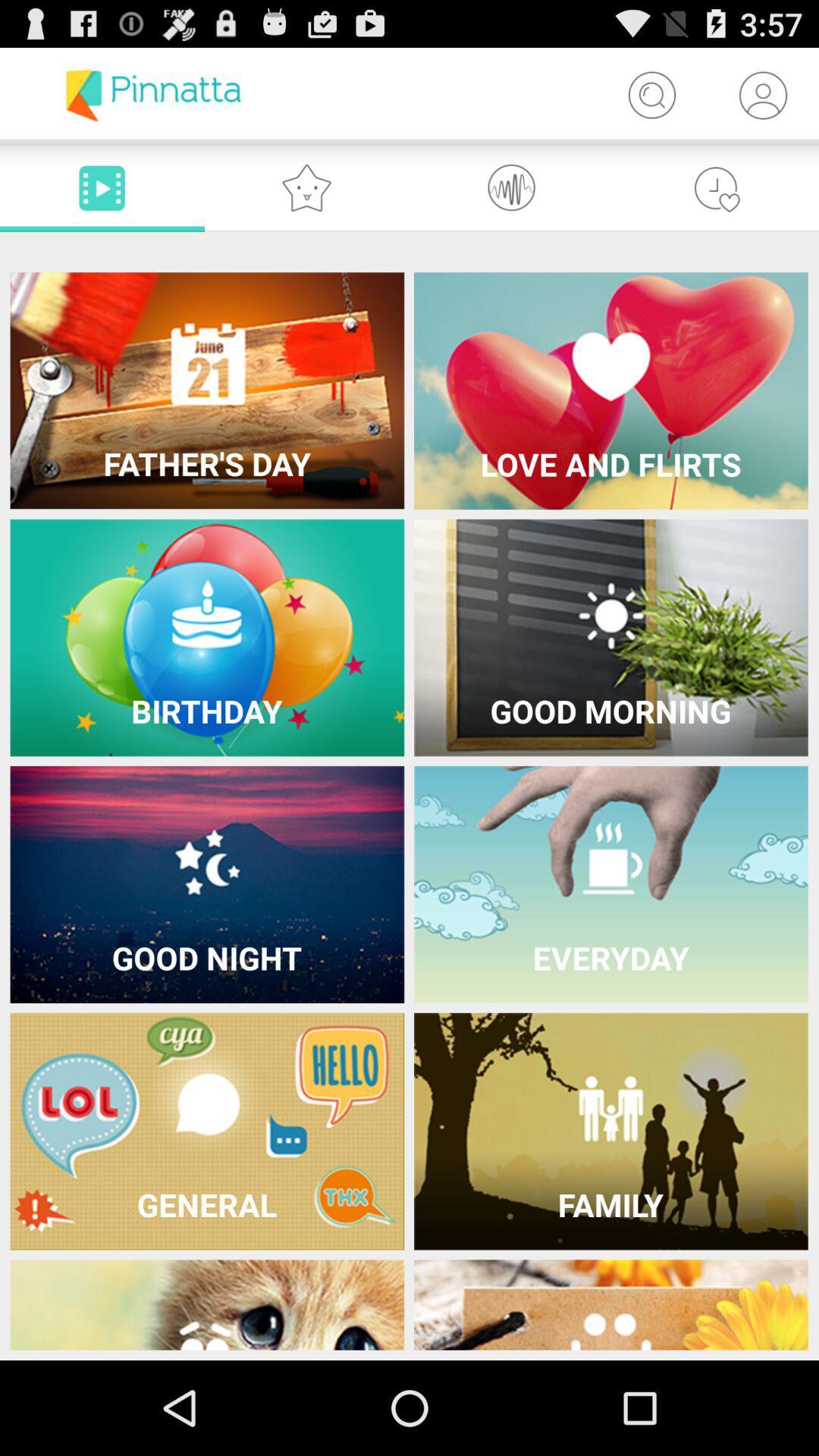 This screenshot has width=819, height=1456. What do you see at coordinates (207, 884) in the screenshot?
I see `the fifth image` at bounding box center [207, 884].